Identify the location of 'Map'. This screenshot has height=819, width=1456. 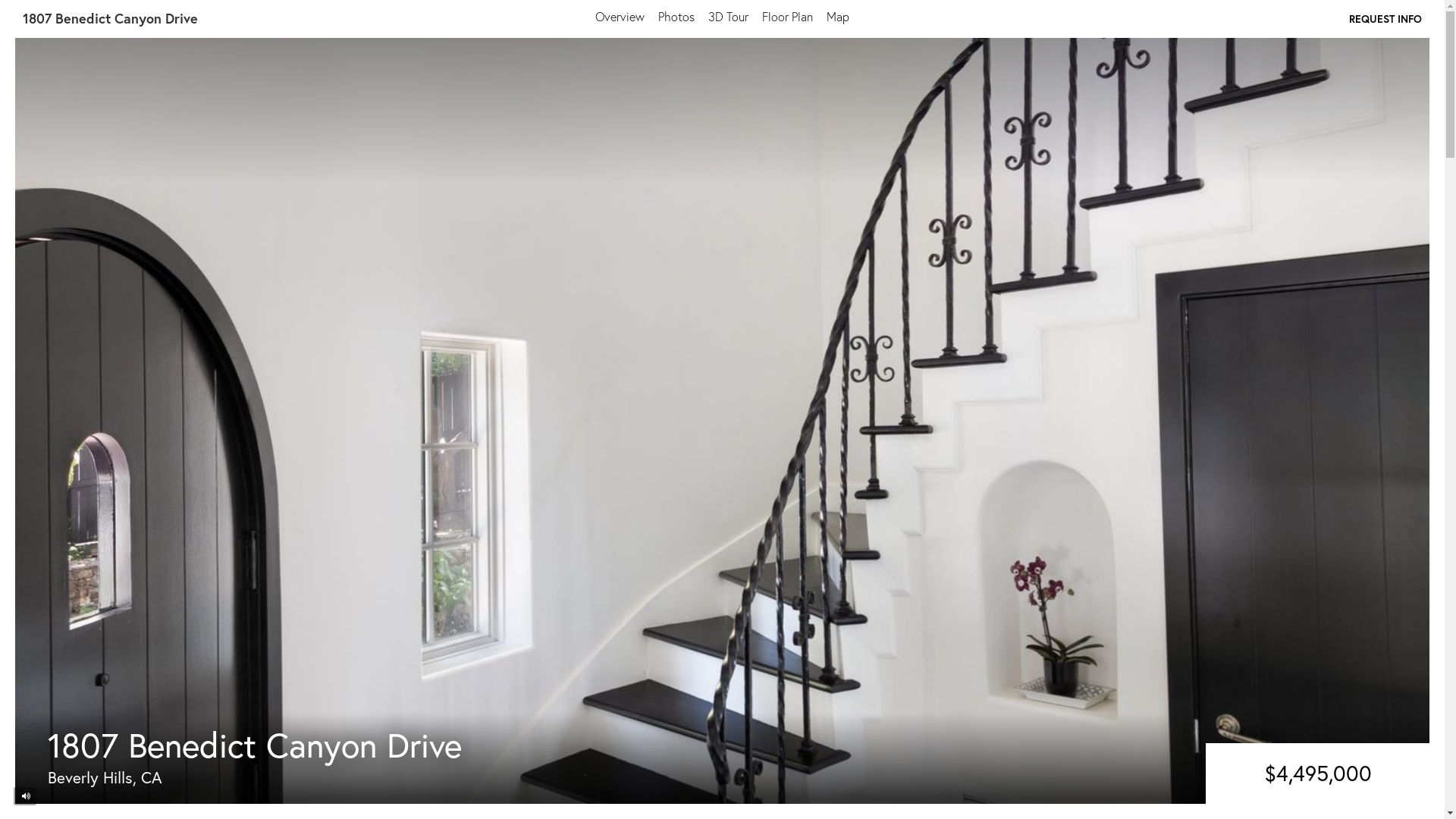
(836, 16).